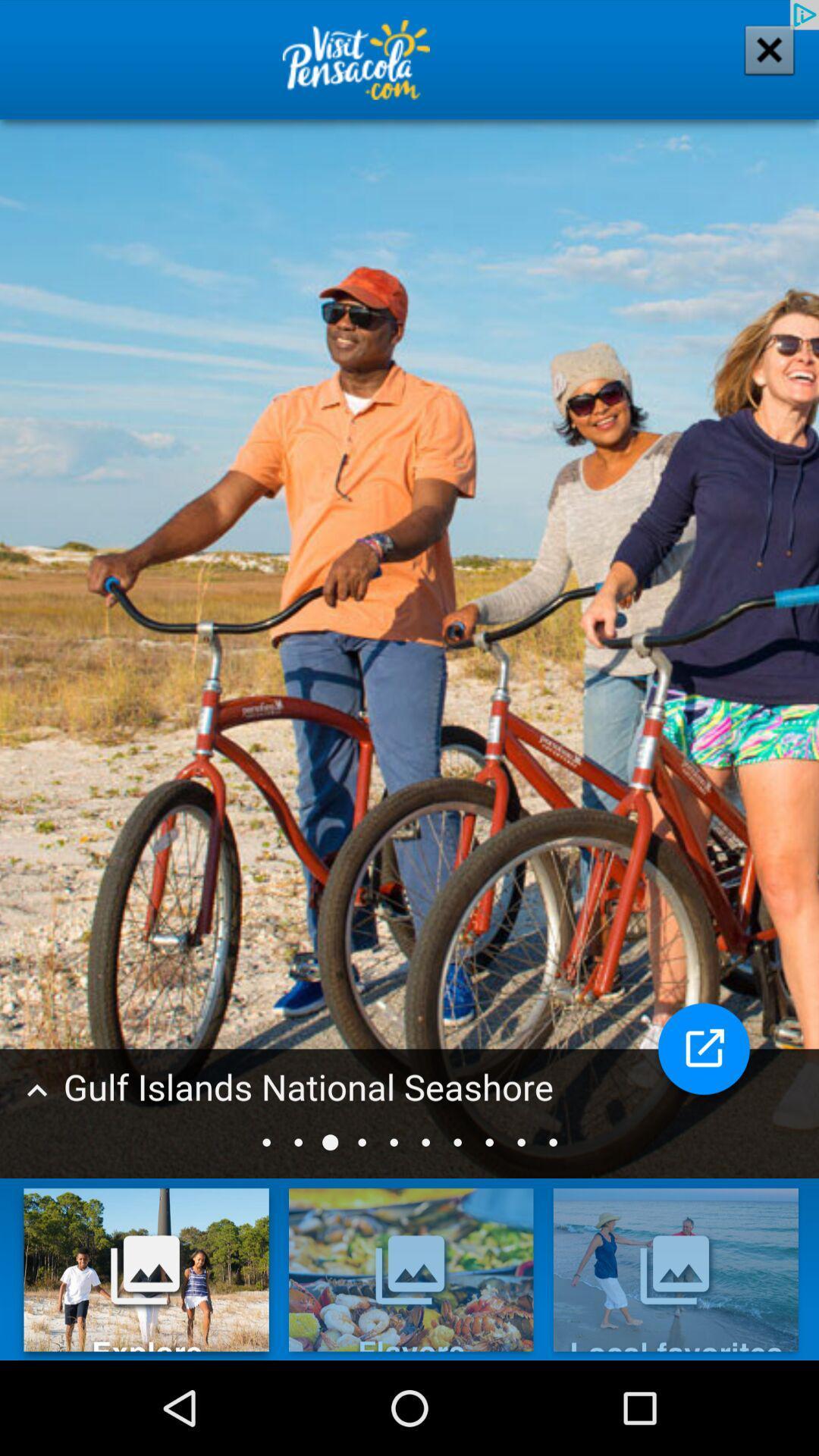 This screenshot has width=819, height=1456. I want to click on the close icon, so click(759, 59).